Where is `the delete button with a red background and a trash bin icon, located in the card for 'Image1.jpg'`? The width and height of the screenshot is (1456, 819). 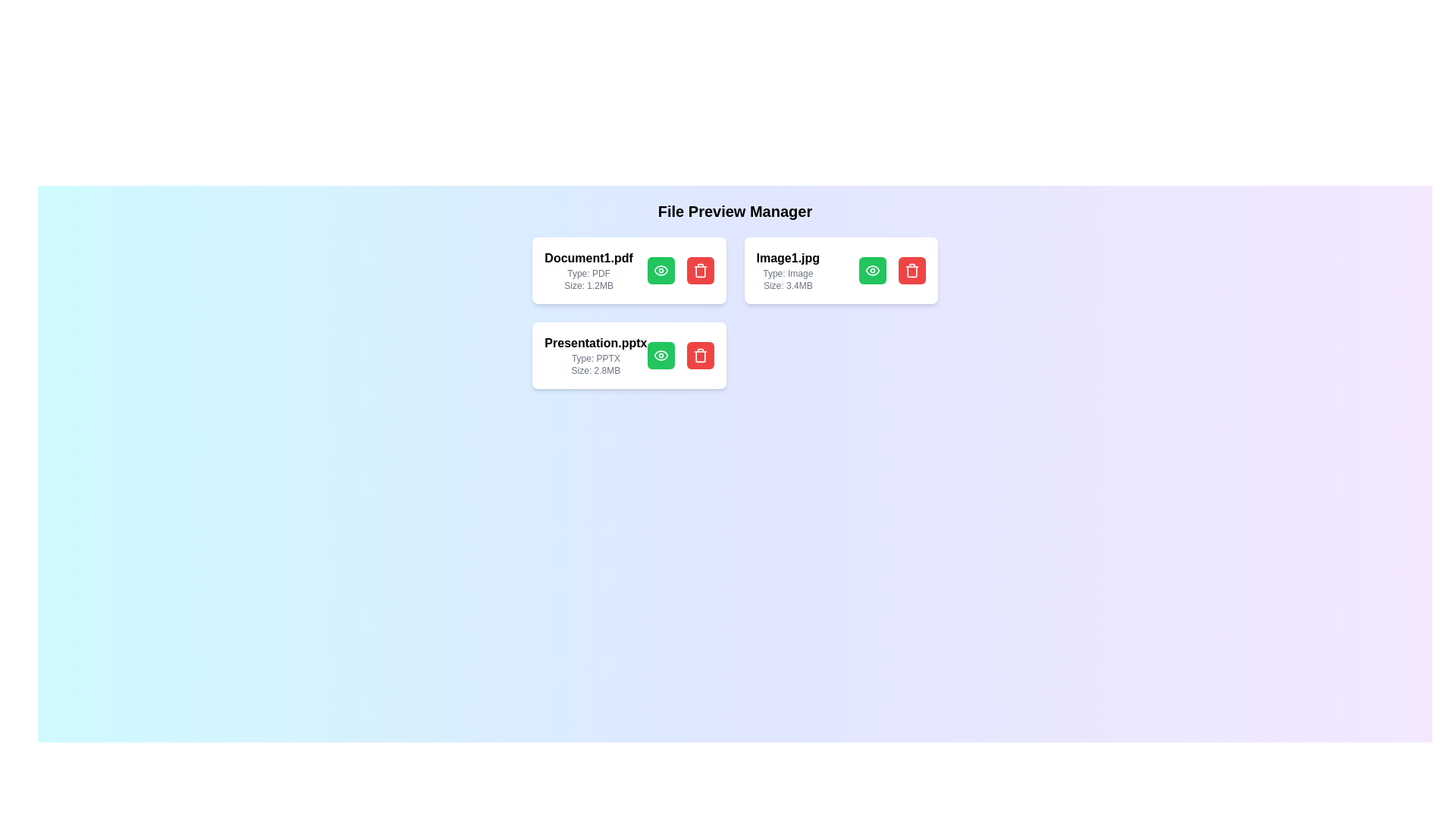 the delete button with a red background and a trash bin icon, located in the card for 'Image1.jpg' is located at coordinates (911, 270).